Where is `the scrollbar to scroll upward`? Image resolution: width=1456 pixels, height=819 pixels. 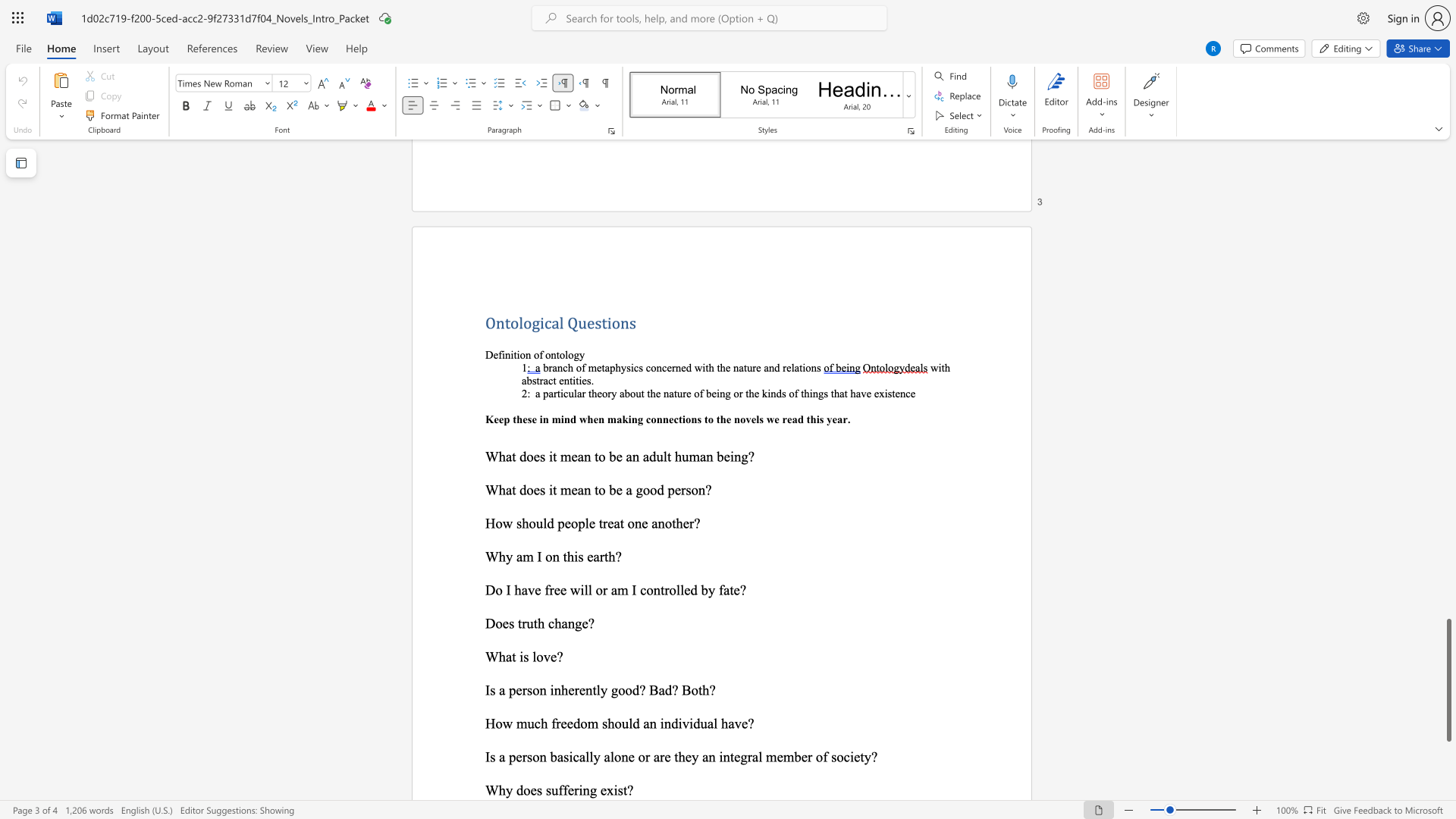
the scrollbar to scroll upward is located at coordinates (1448, 522).